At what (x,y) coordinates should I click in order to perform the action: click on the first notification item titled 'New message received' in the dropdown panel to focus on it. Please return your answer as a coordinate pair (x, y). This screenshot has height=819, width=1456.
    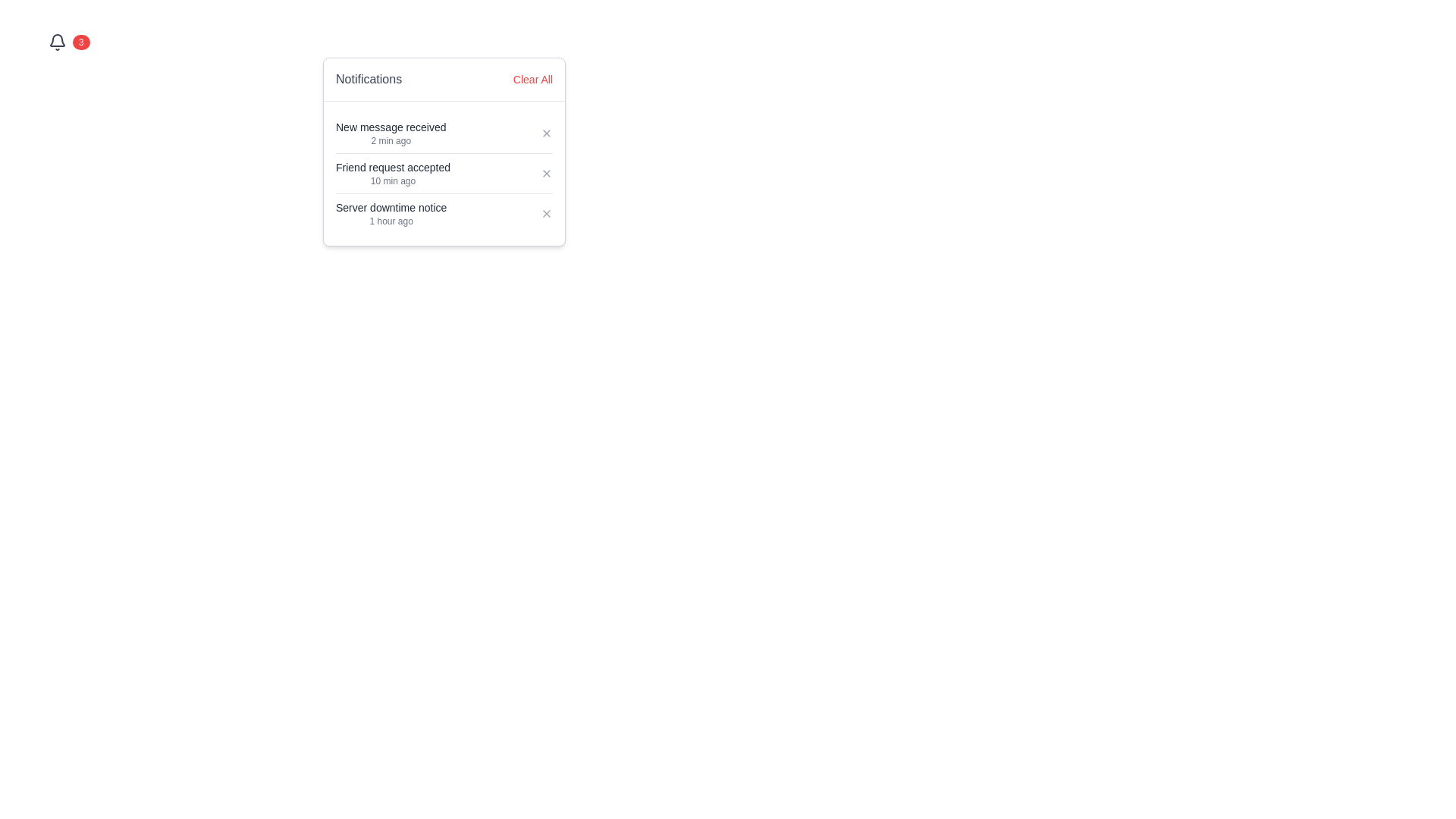
    Looking at the image, I should click on (443, 133).